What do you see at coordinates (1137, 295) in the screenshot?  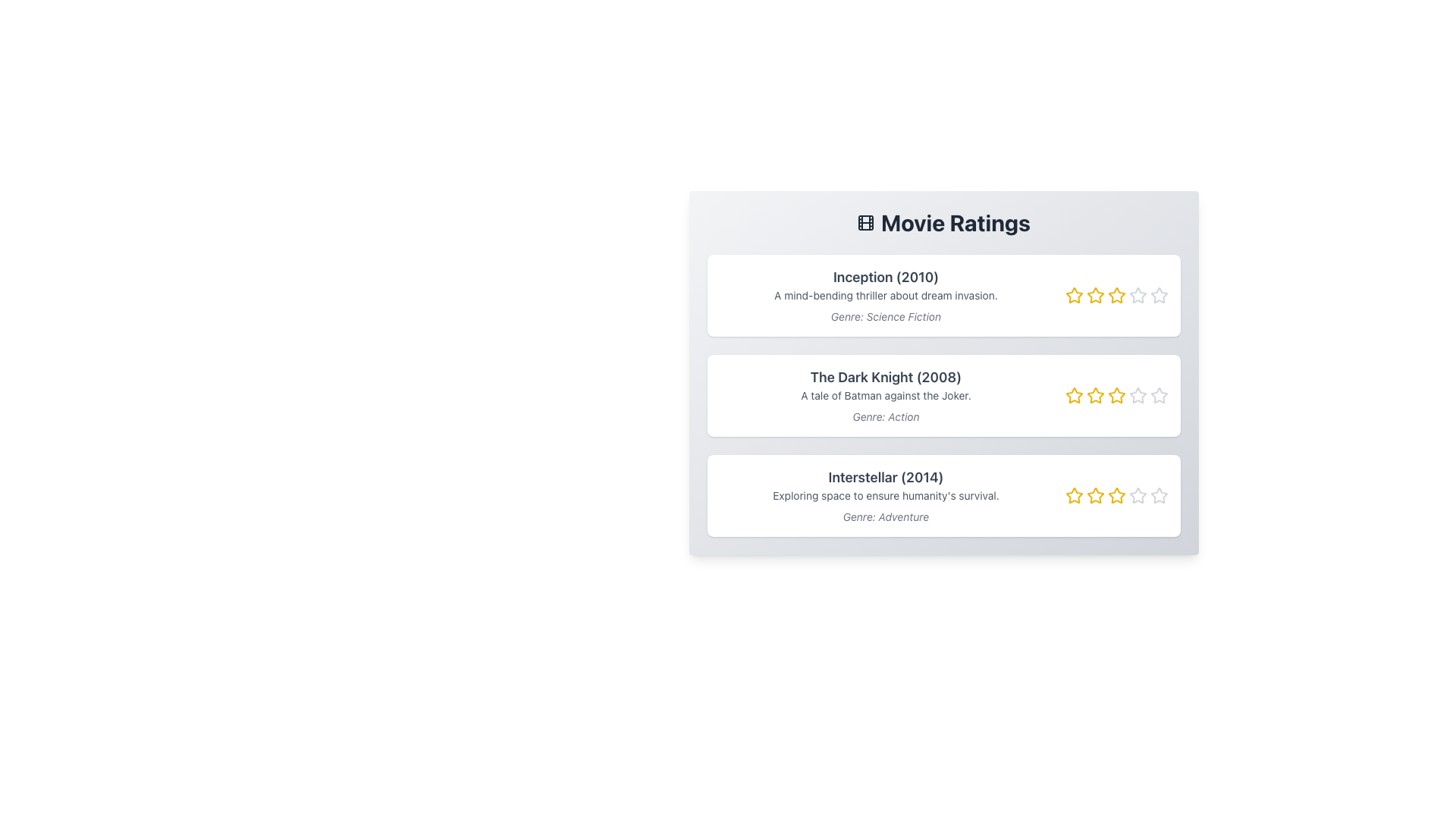 I see `the filled yellow star icon which is the fourth star in the rating system for the movie 'Inception (2010)', indicating a positive rating` at bounding box center [1137, 295].